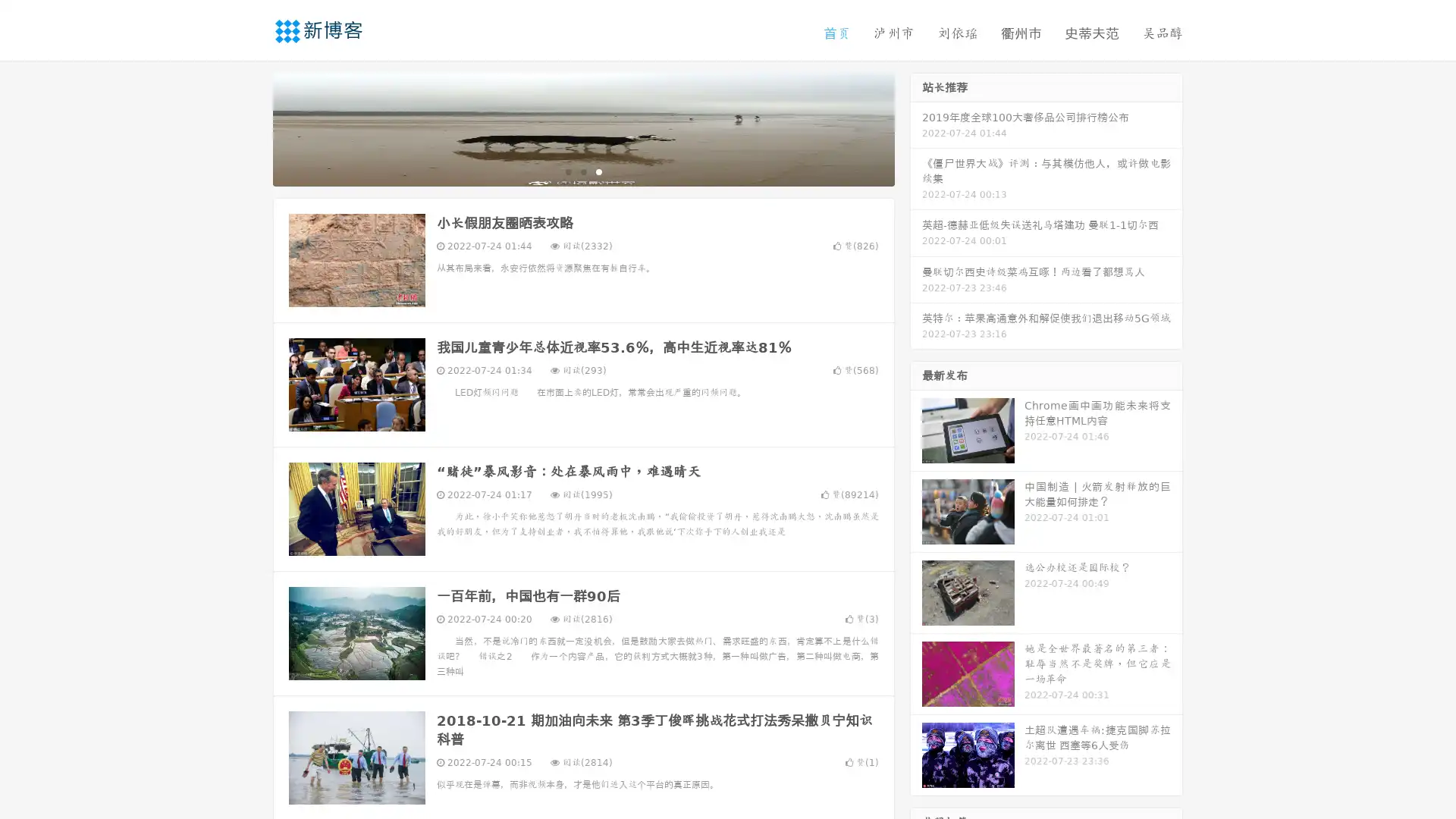 The height and width of the screenshot is (819, 1456). Describe the element at coordinates (250, 127) in the screenshot. I see `Previous slide` at that location.